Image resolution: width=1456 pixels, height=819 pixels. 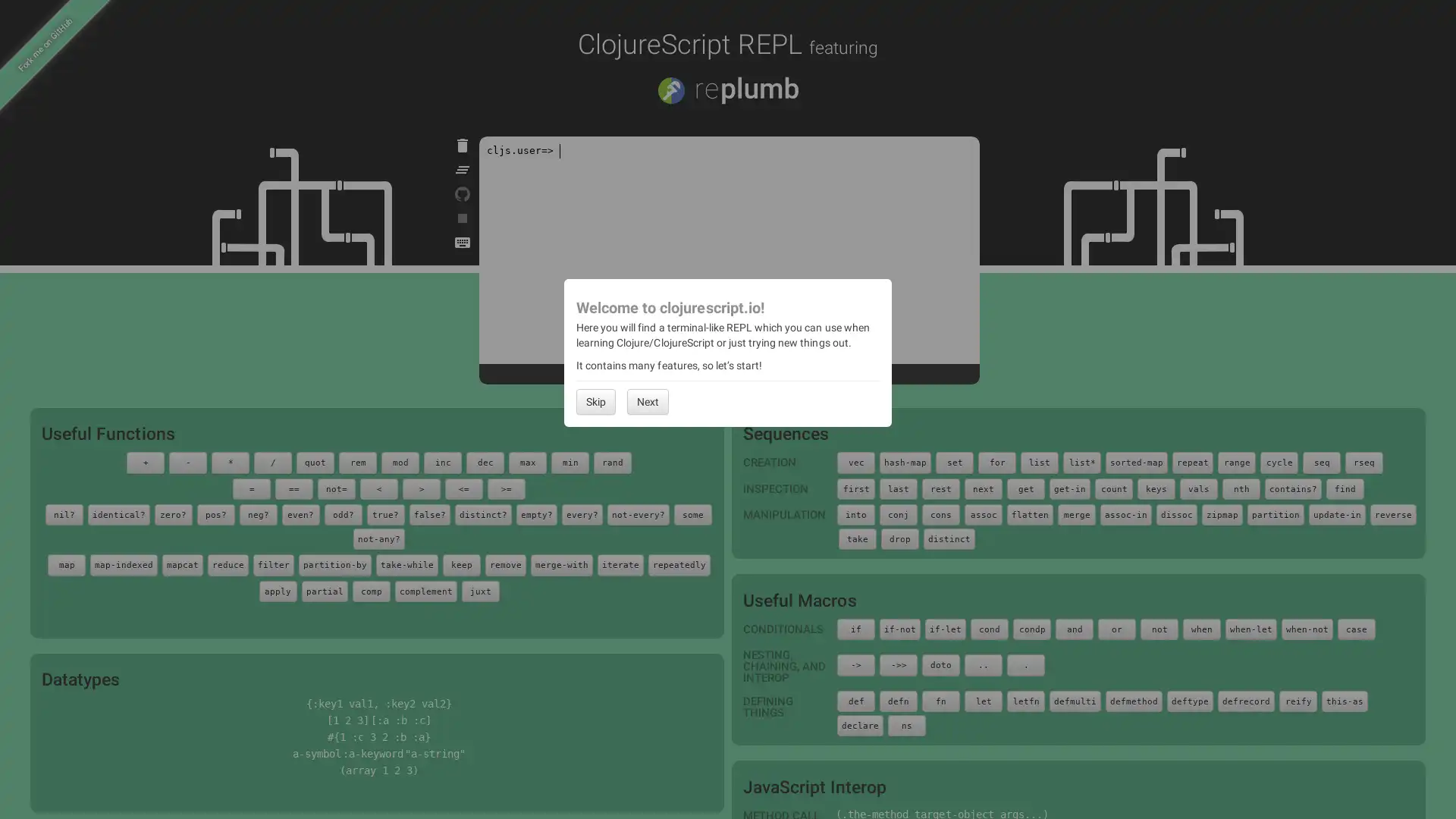 What do you see at coordinates (341, 513) in the screenshot?
I see `odd?` at bounding box center [341, 513].